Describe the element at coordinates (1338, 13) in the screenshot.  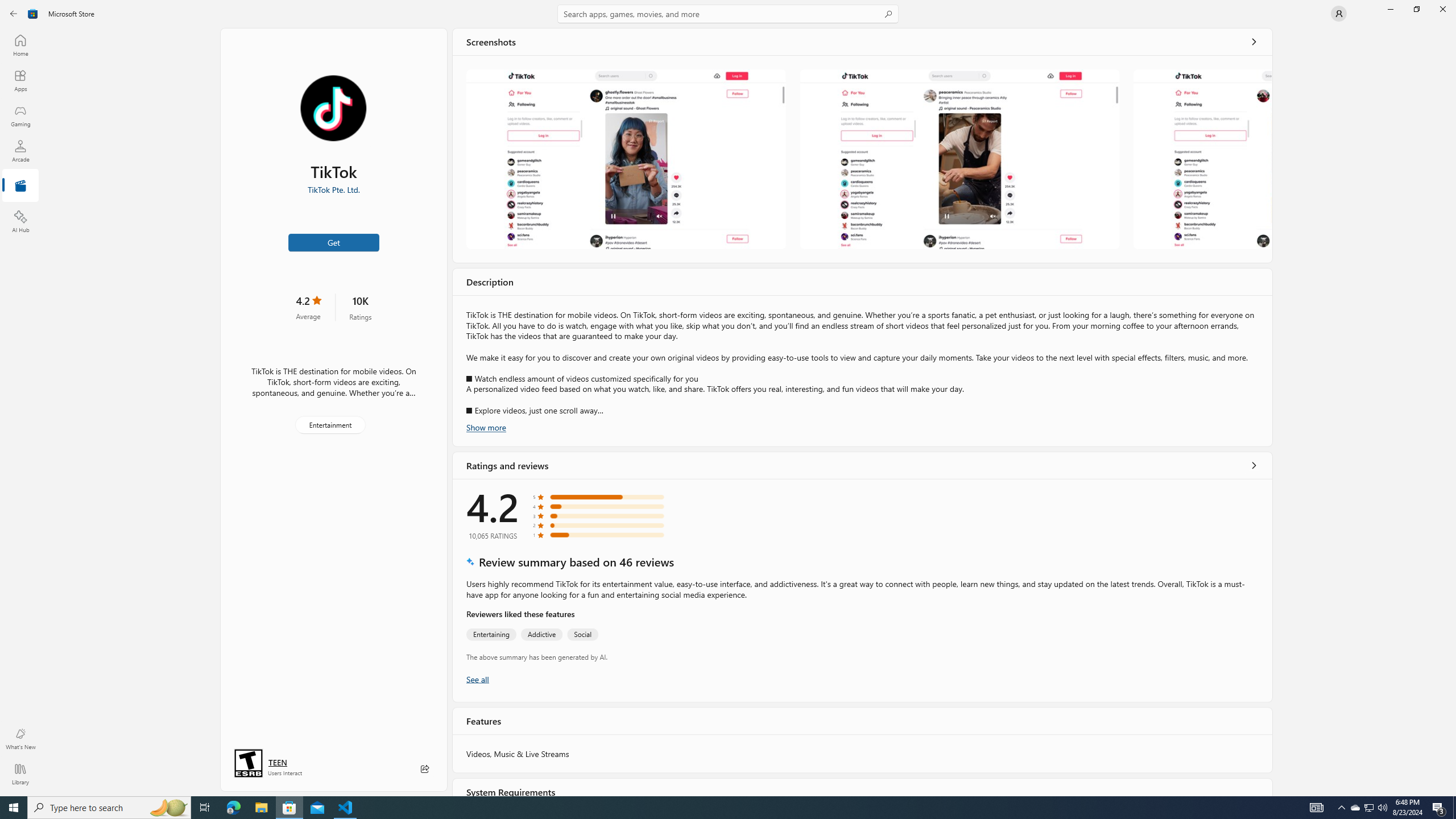
I see `'User profile'` at that location.